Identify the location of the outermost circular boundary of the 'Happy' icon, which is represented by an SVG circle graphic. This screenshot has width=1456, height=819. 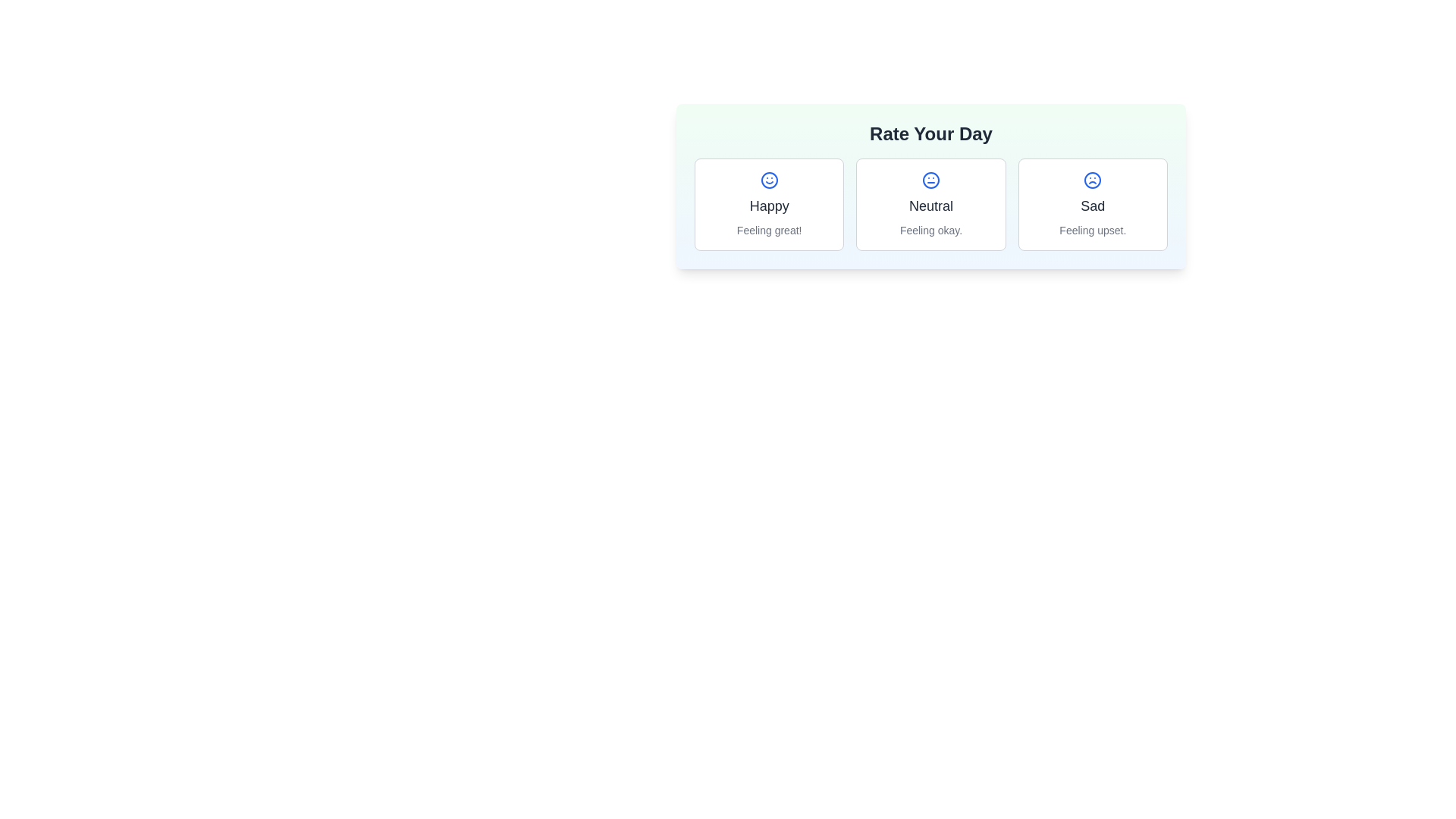
(769, 180).